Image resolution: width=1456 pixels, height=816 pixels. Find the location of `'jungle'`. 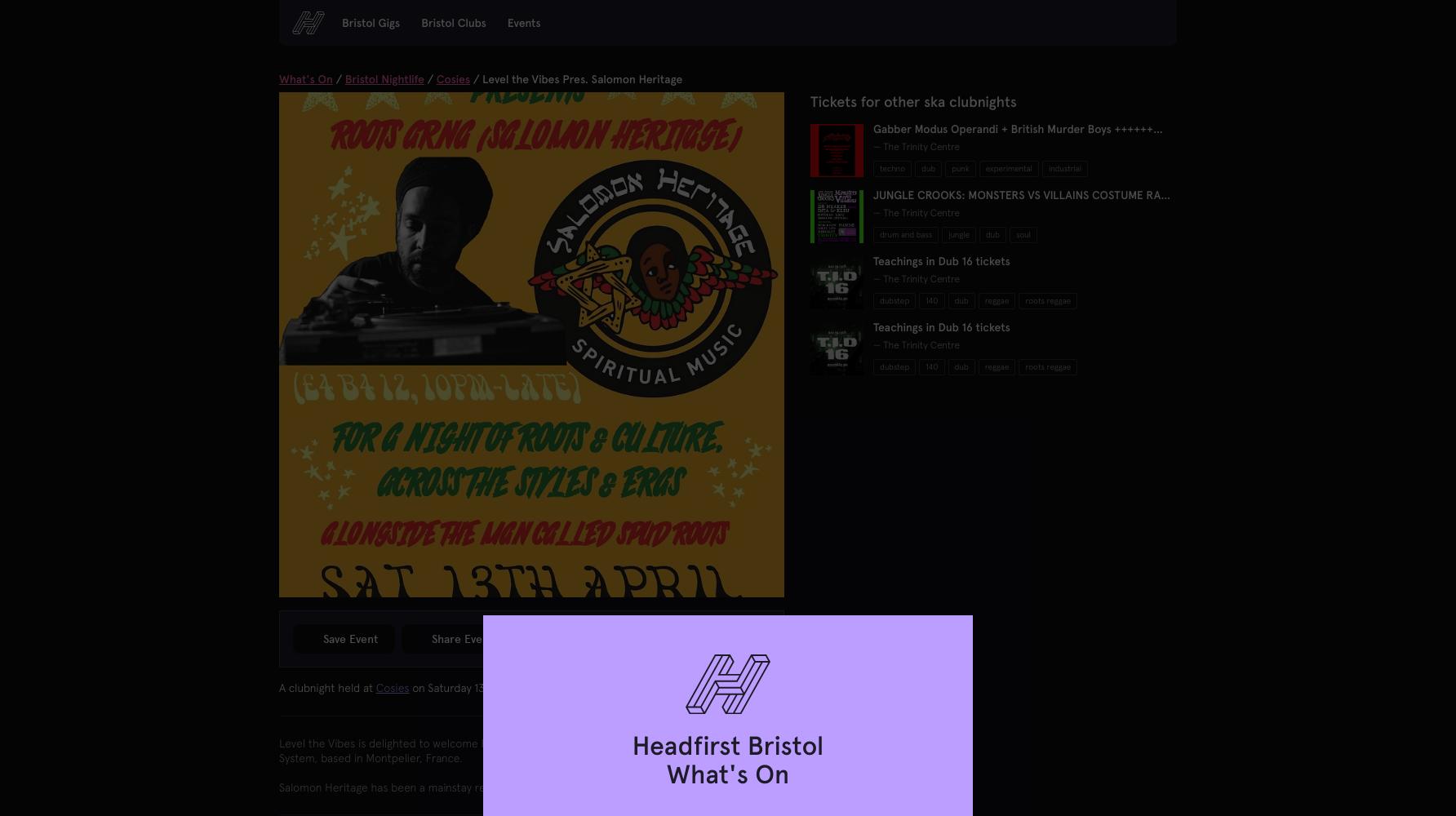

'jungle' is located at coordinates (958, 234).